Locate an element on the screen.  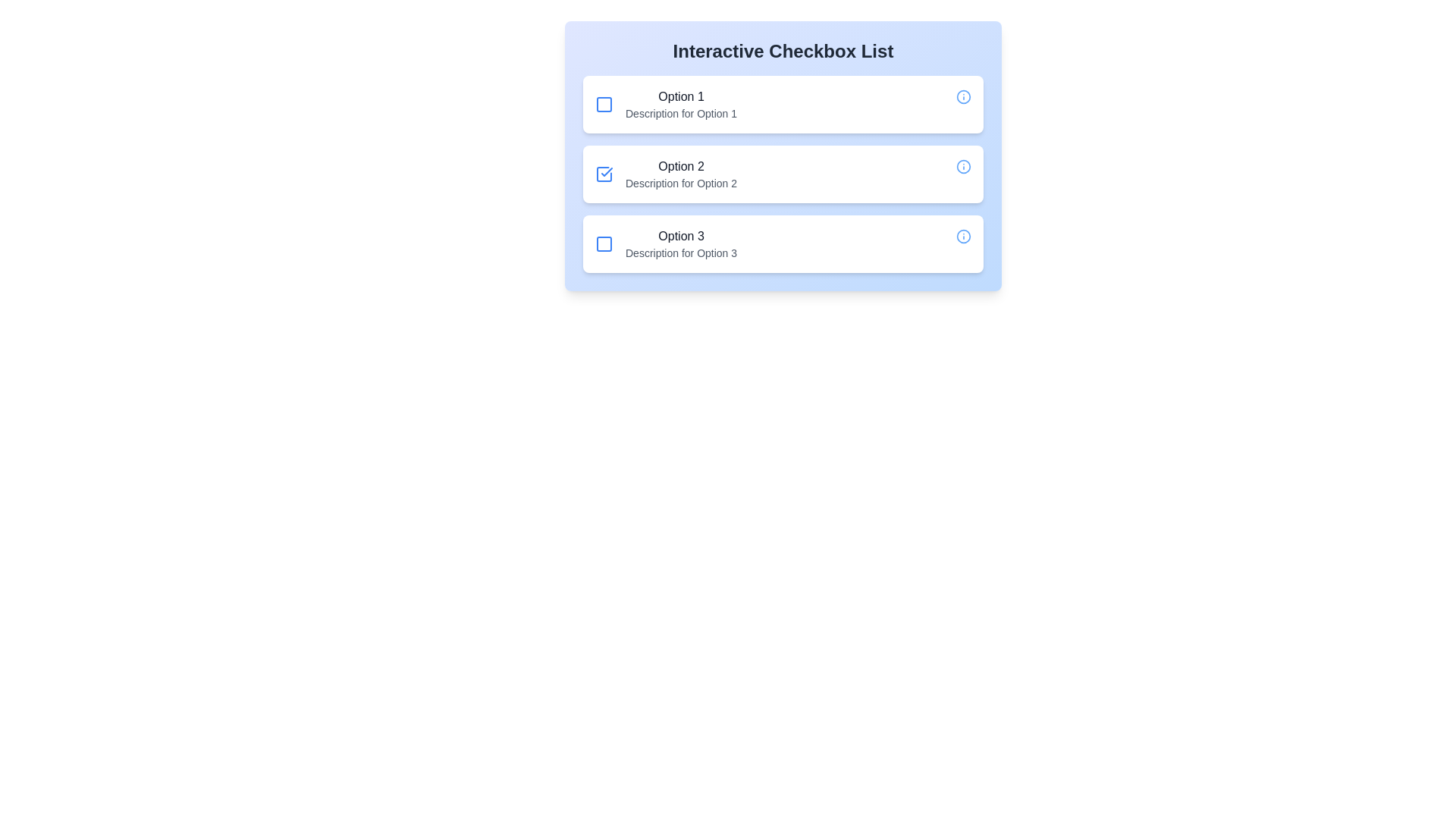
information icon for option 3 is located at coordinates (963, 237).